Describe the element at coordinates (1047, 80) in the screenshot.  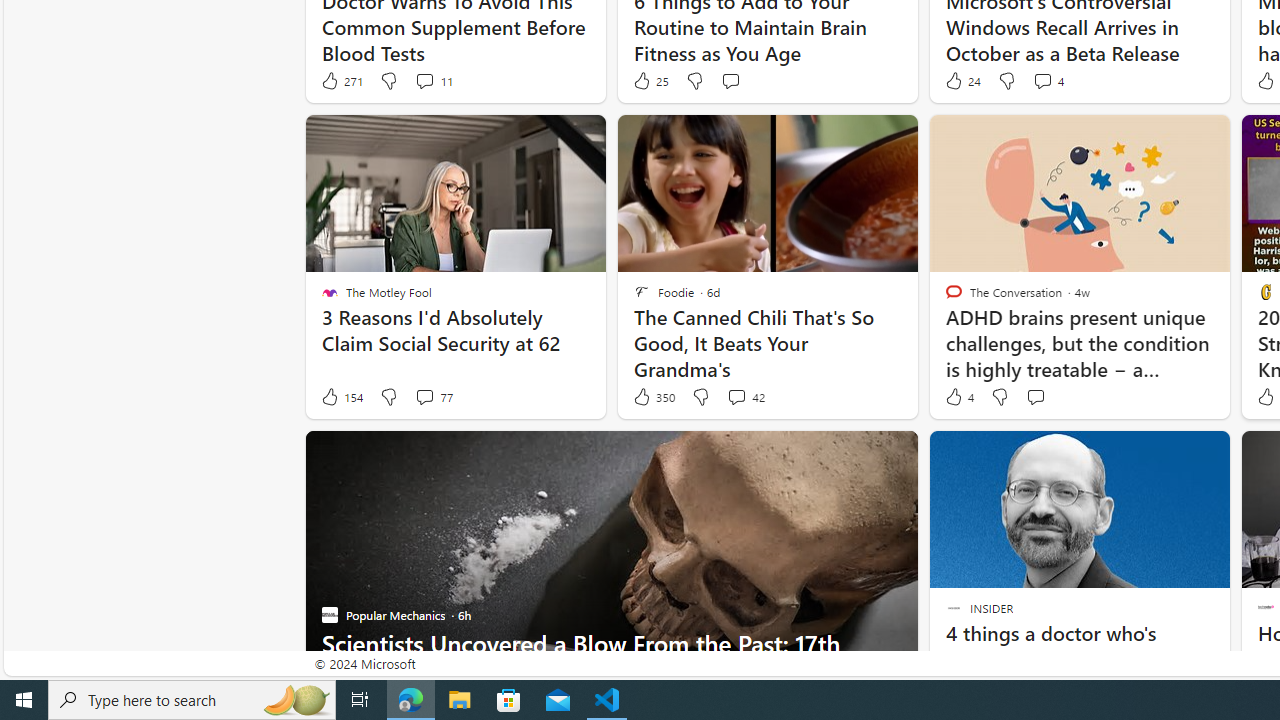
I see `'View comments 4 Comment'` at that location.